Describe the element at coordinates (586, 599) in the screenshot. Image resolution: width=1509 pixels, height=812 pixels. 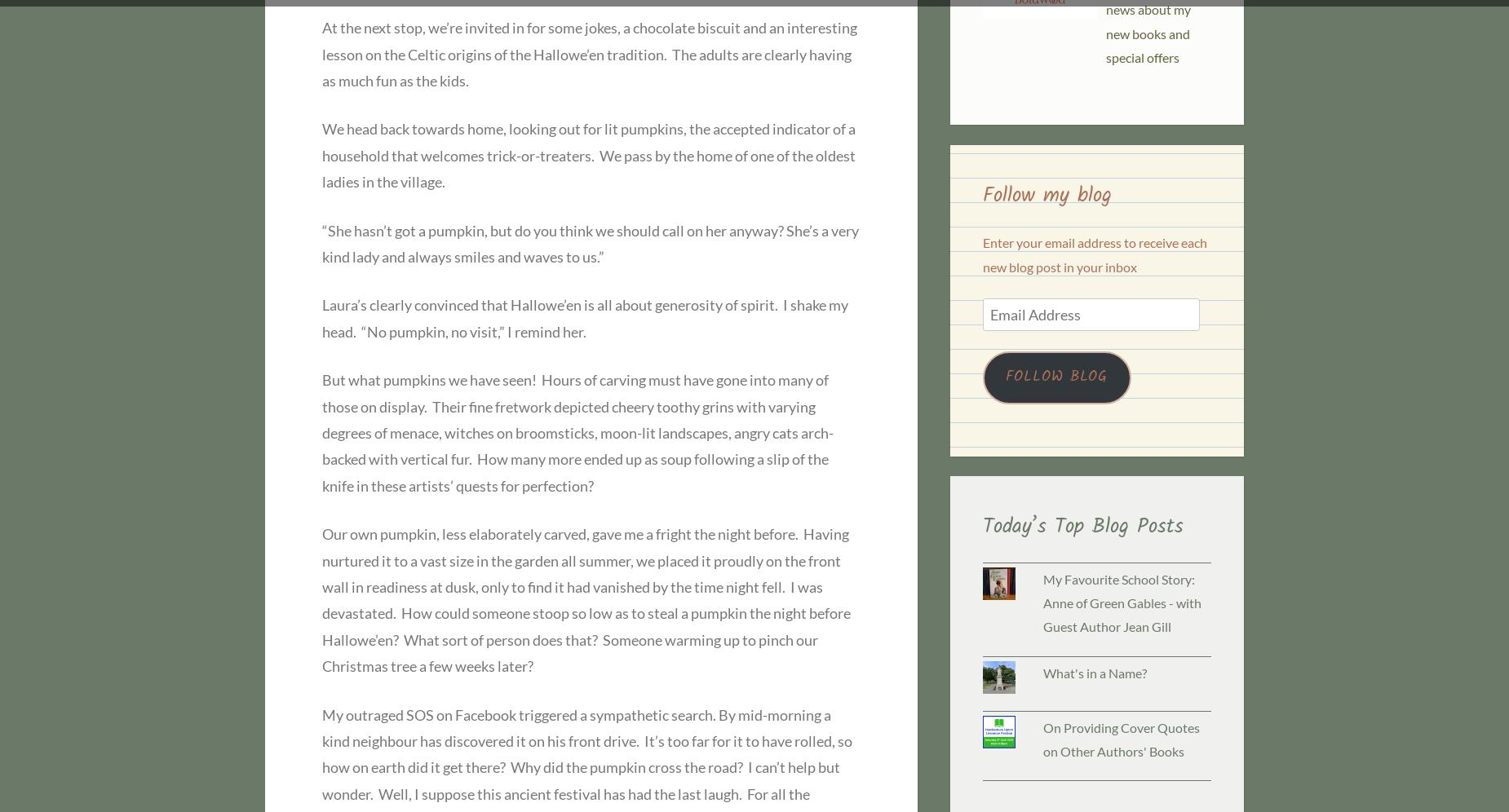
I see `'Our own pumpkin, less elaborately carved, gave me a fright the night before.  Having nurtured it to a vast size in the garden all summer, we placed it proudly on the front wall in readiness at dusk, only to find it had vanished by the time night fell.  I was devastated.  How could someone stoop so low as to steal a pumpkin the night before Hallowe’en?  What sort of person does that?  Someone warming up to pinch our Christmas tree a few weeks later?'` at that location.